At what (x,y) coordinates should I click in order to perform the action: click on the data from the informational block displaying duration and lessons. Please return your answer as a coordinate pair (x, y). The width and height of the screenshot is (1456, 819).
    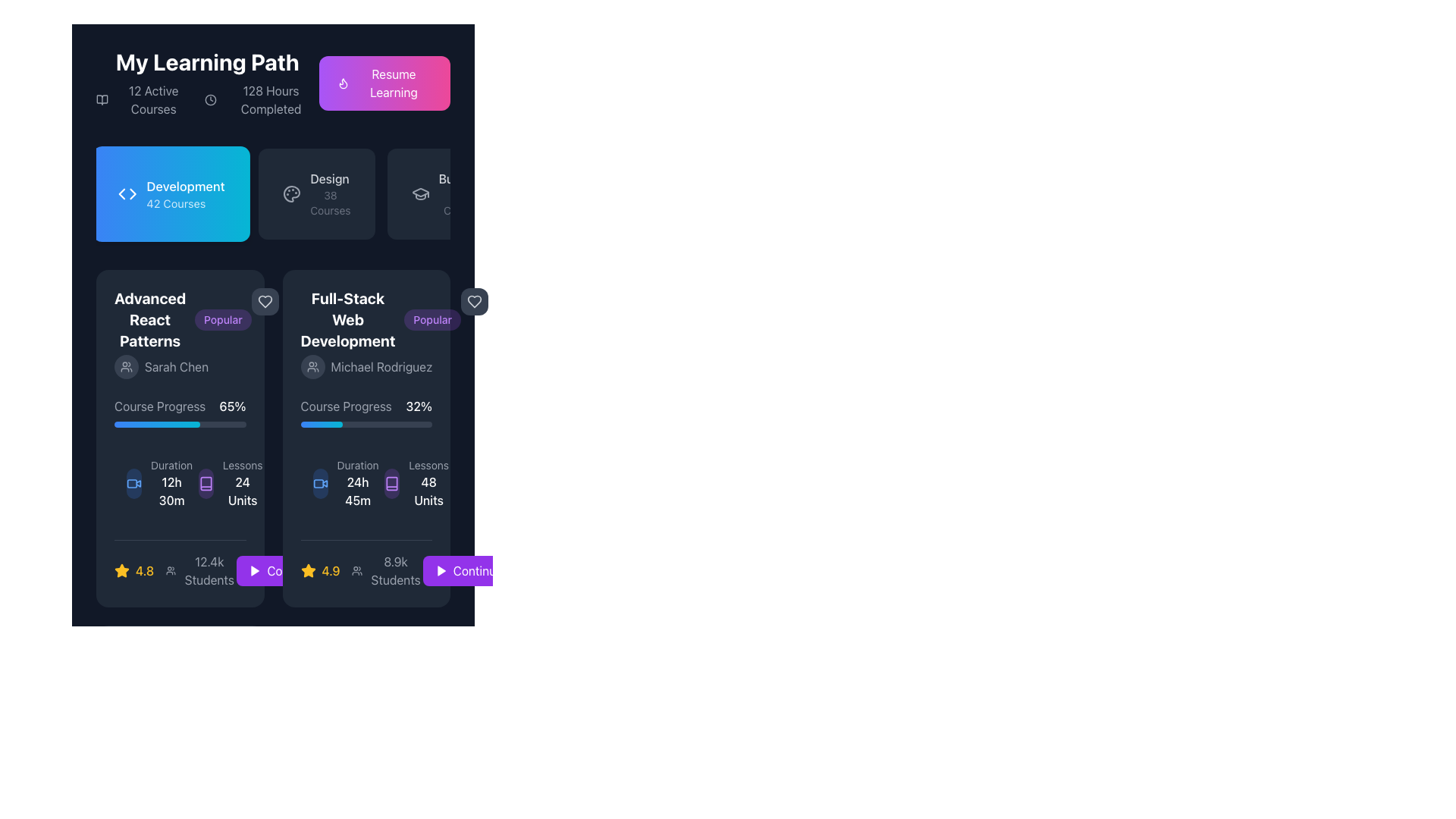
    Looking at the image, I should click on (180, 483).